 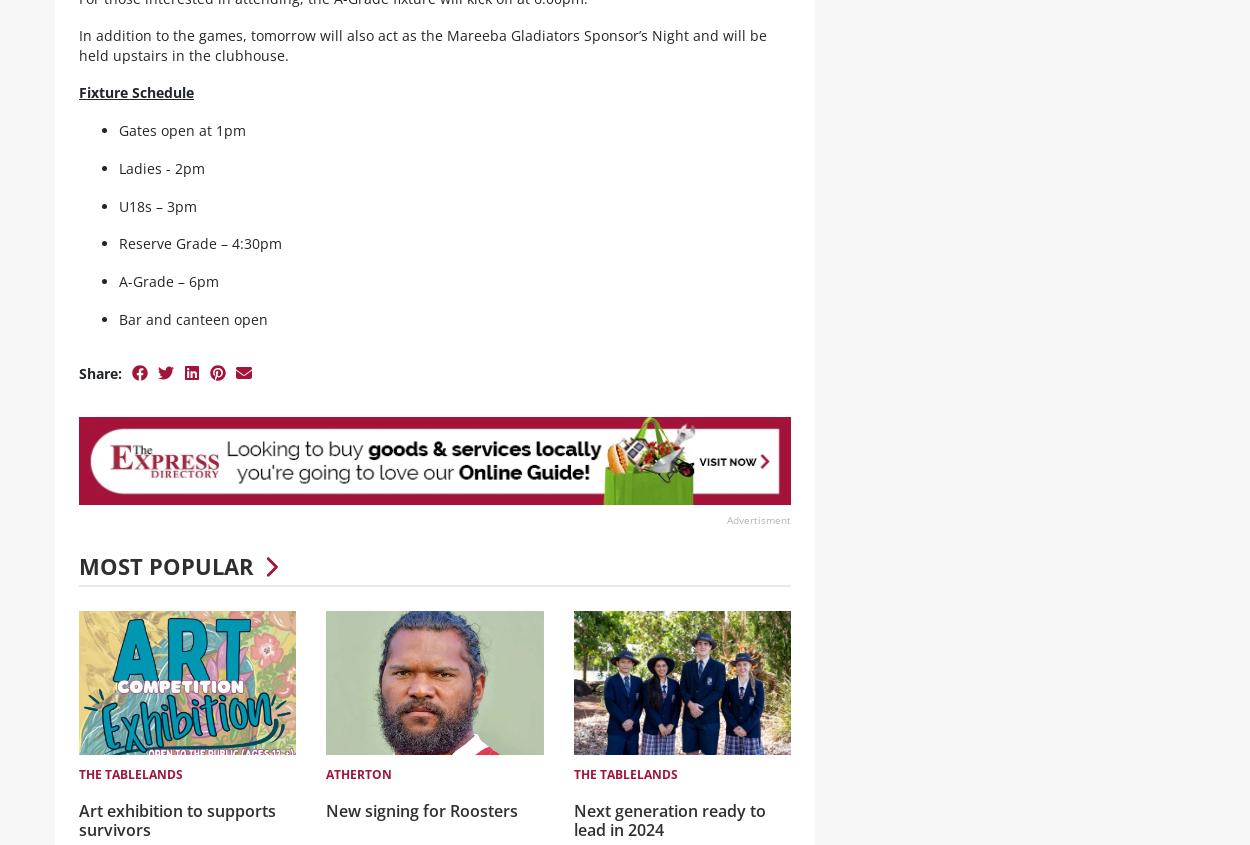 I want to click on 'U18s – 3pm', so click(x=158, y=220).